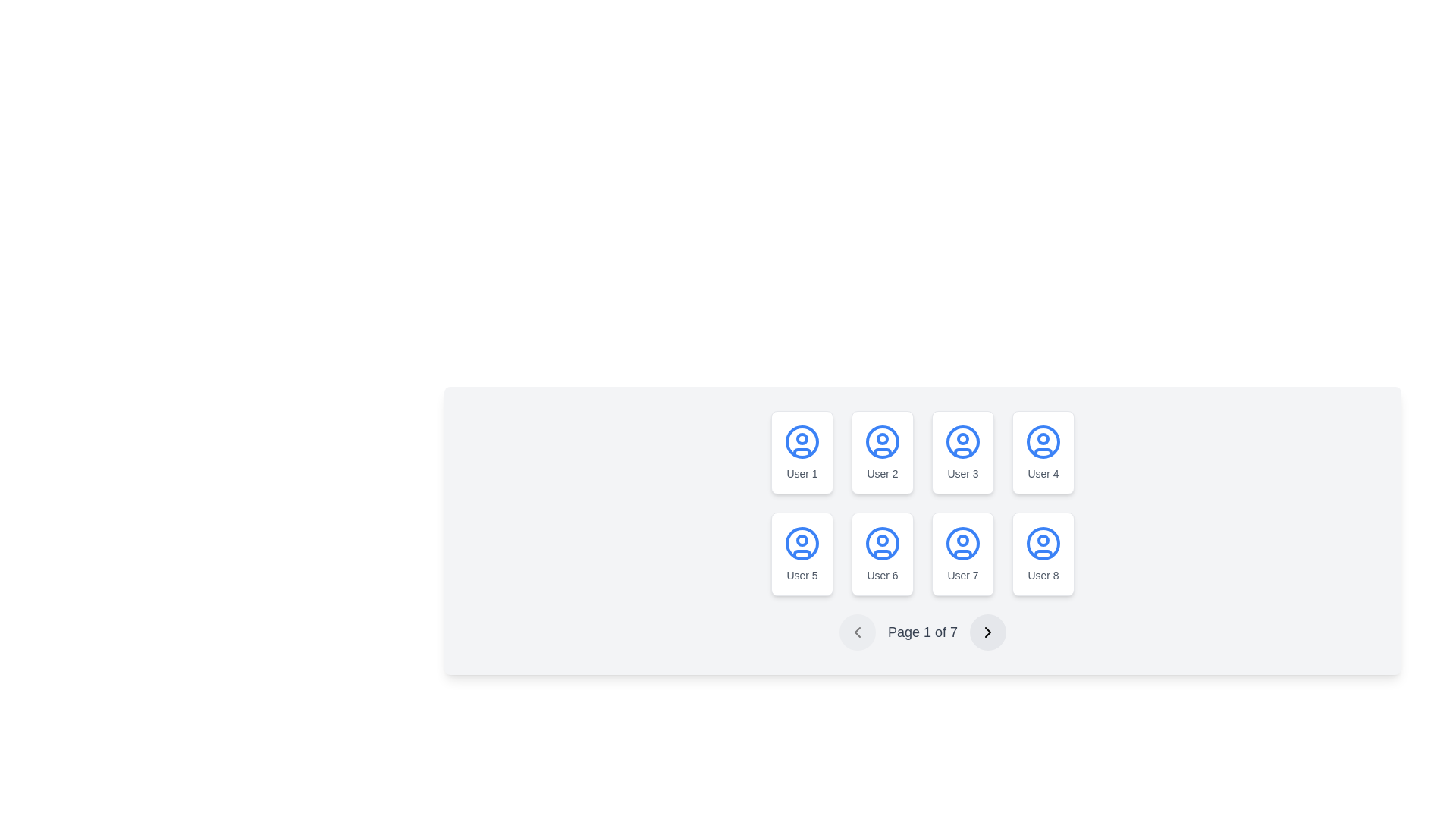 This screenshot has width=1456, height=819. What do you see at coordinates (962, 472) in the screenshot?
I see `the text label displaying 'User 3' which is located beneath the user icon in the card positioned in the first row and third column of the user grid` at bounding box center [962, 472].